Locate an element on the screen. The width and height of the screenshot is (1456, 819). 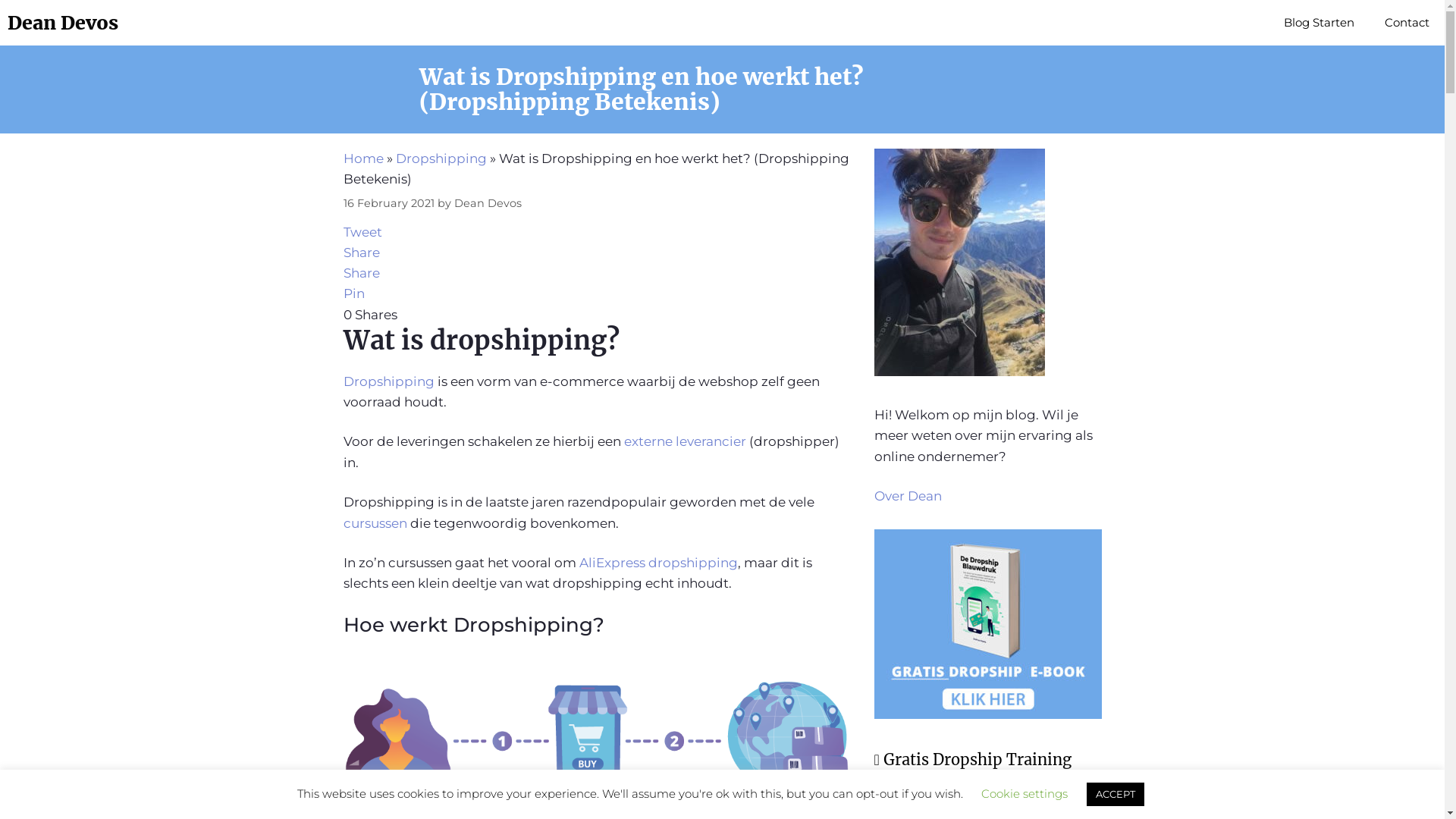
'Blog Starten' is located at coordinates (1318, 23).